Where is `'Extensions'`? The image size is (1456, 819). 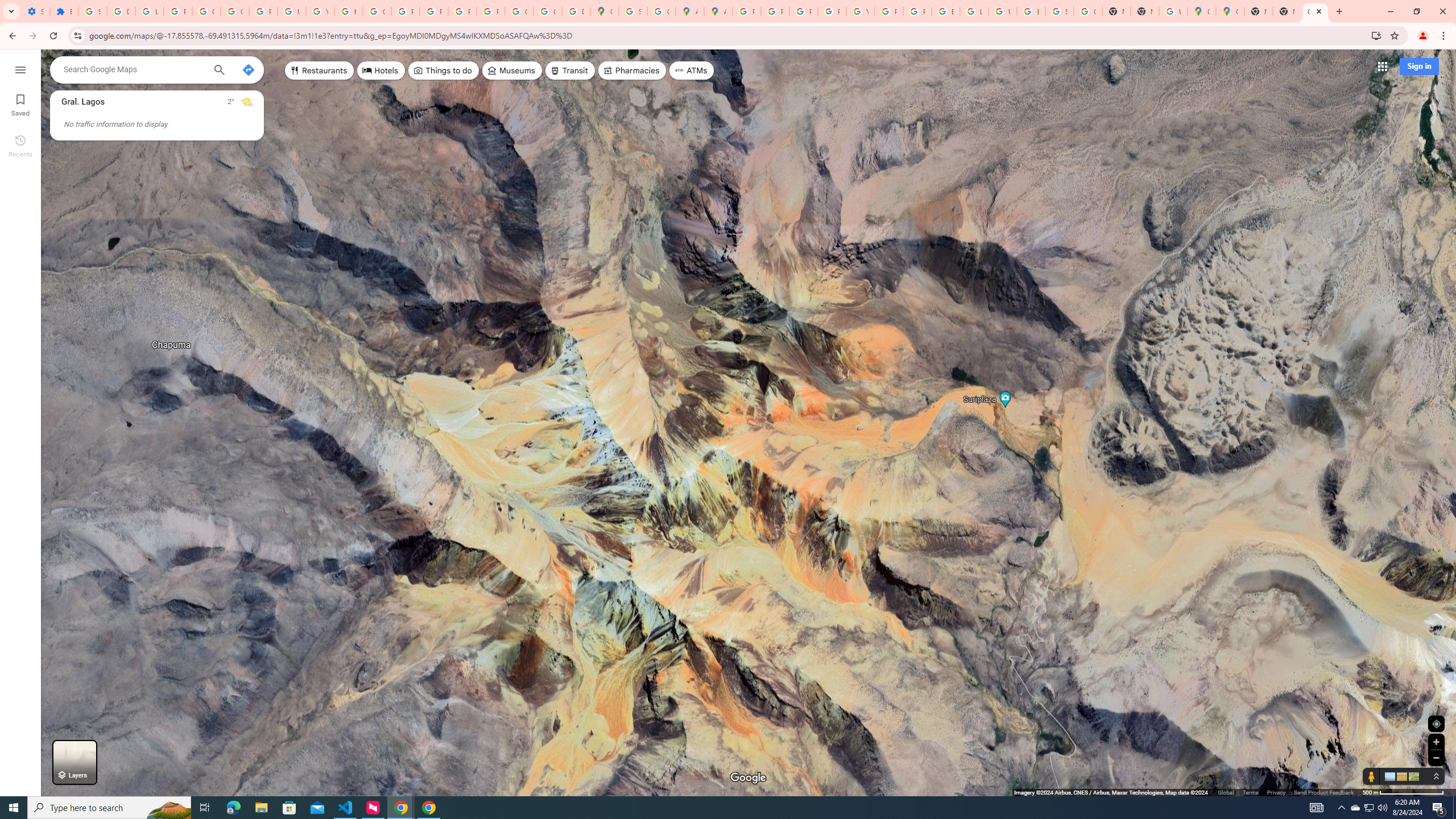 'Extensions' is located at coordinates (63, 11).